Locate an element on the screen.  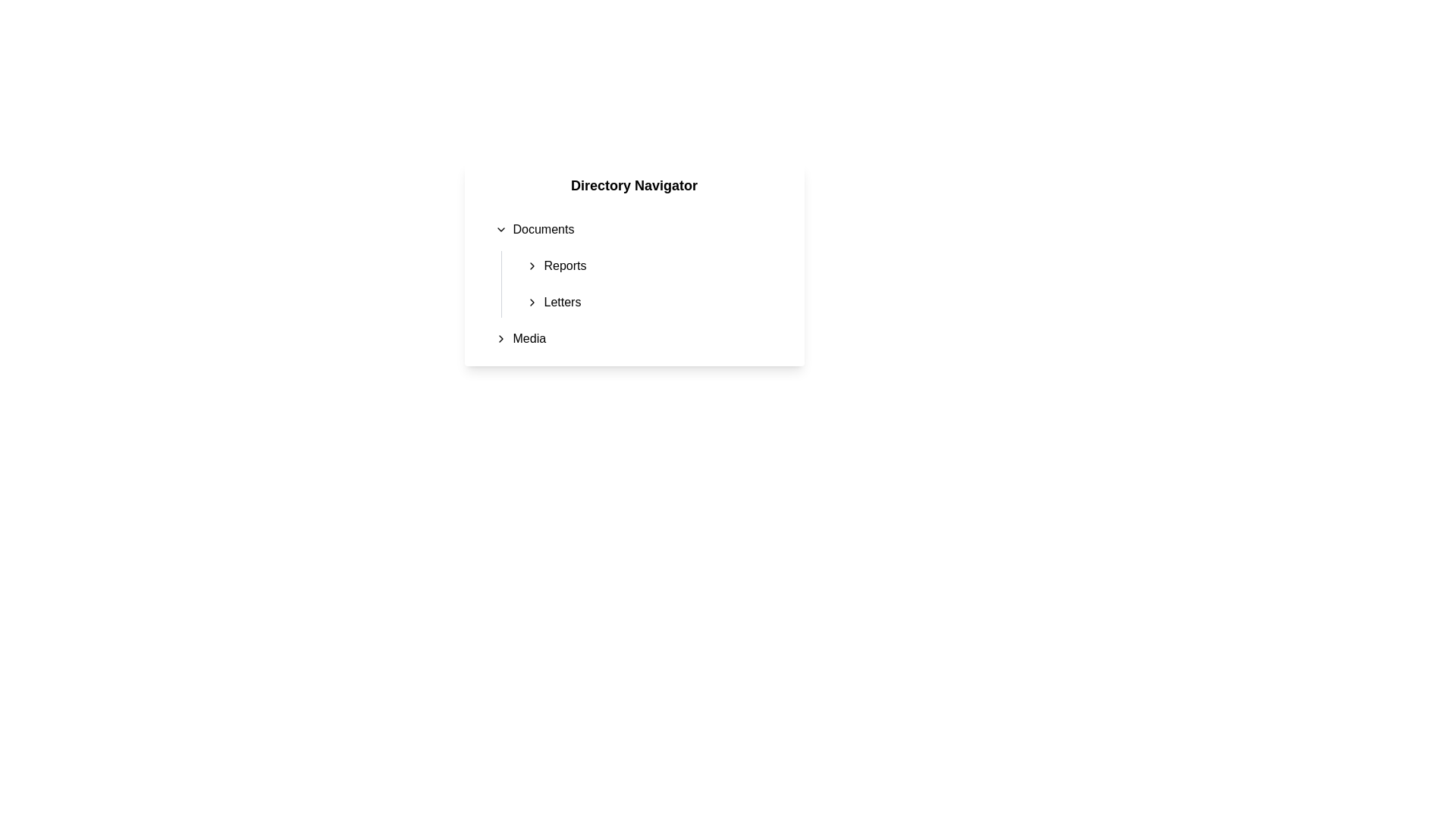
the right-pointing chevron icon next to the text 'Media' is located at coordinates (500, 338).